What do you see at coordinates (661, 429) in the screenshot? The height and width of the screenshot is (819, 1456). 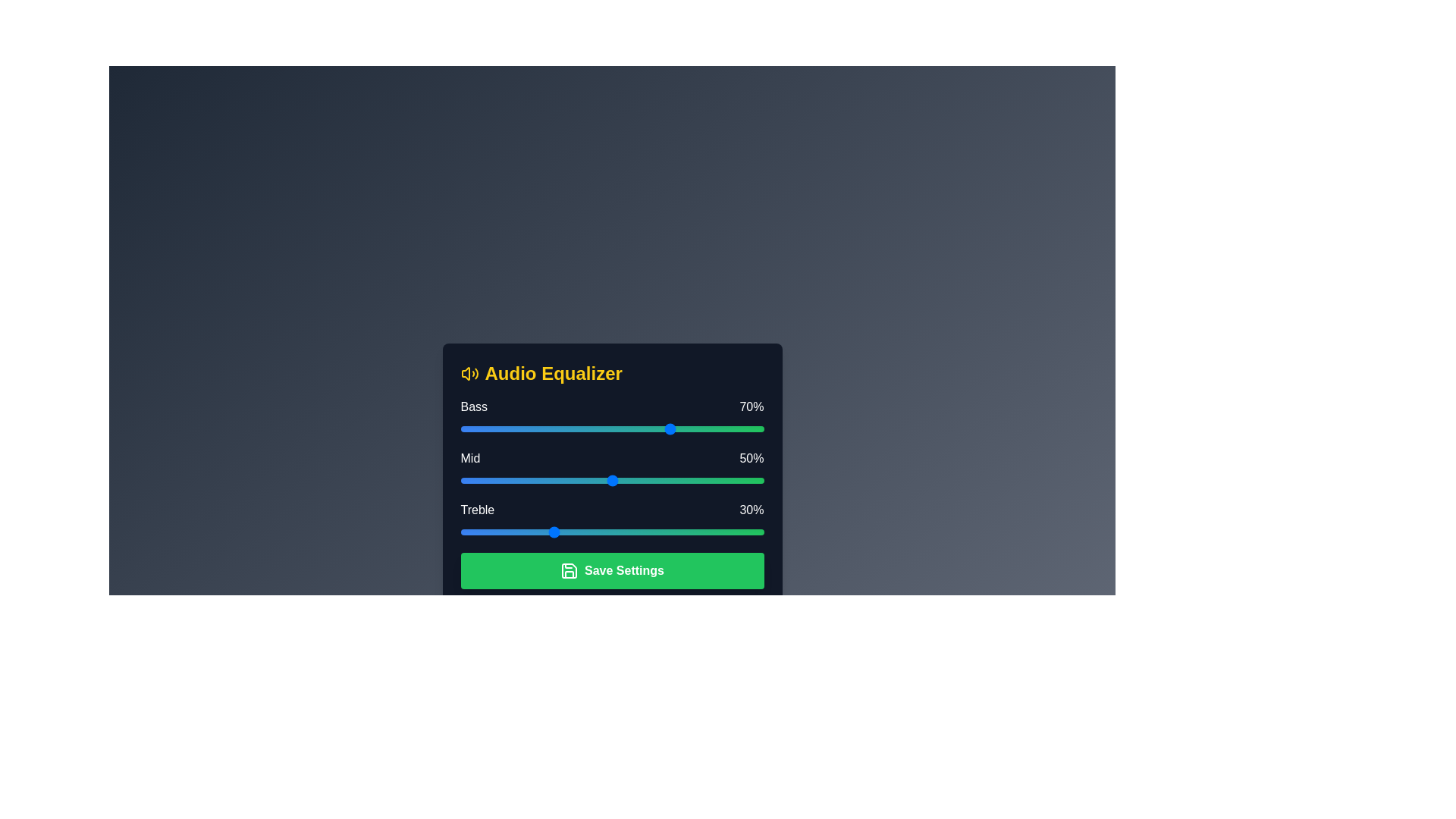 I see `the bass slider to 66%` at bounding box center [661, 429].